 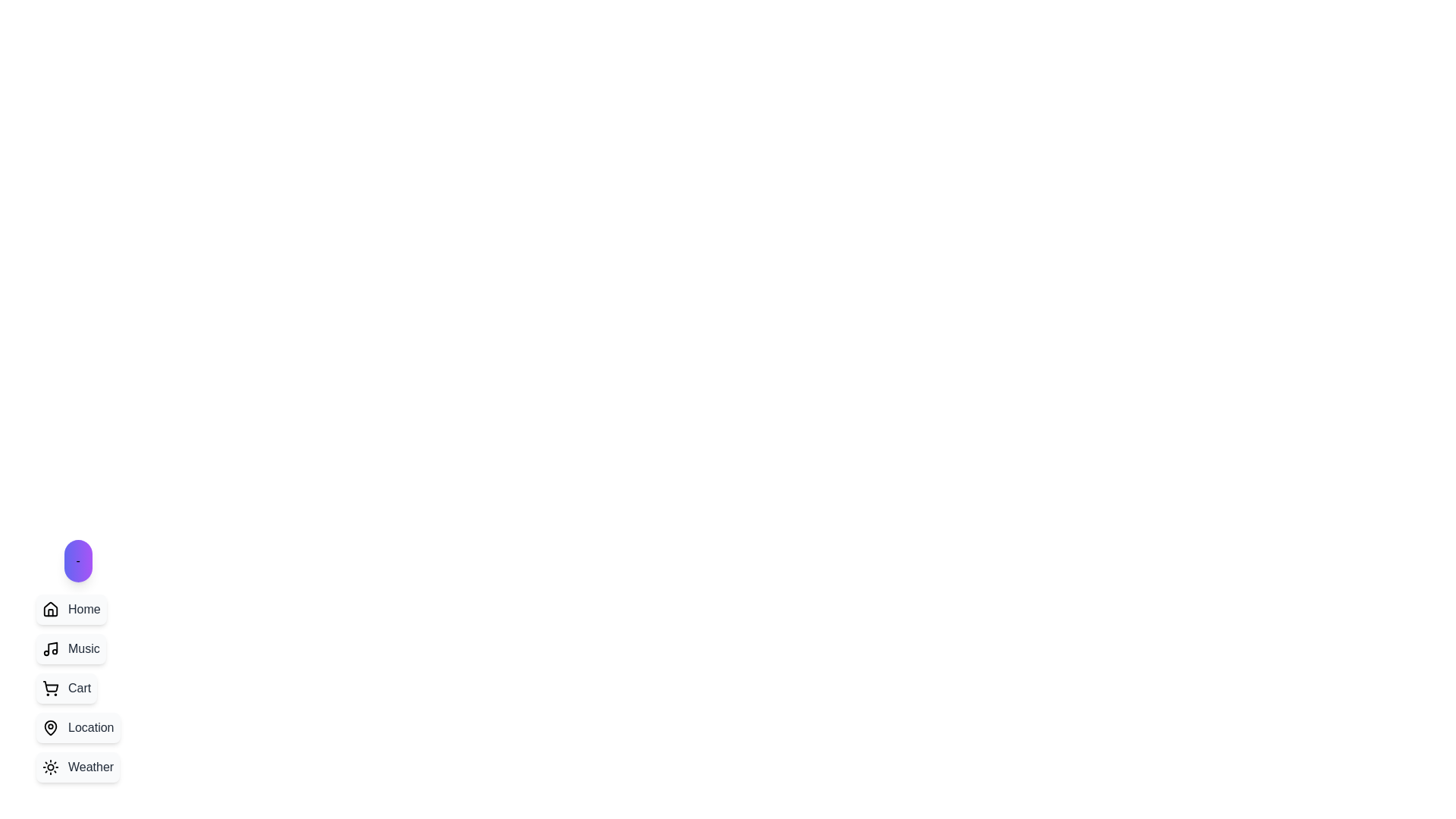 What do you see at coordinates (71, 608) in the screenshot?
I see `the 'Home' button located at the top of the list, which has a house icon and a light gray background that darkens on hover` at bounding box center [71, 608].